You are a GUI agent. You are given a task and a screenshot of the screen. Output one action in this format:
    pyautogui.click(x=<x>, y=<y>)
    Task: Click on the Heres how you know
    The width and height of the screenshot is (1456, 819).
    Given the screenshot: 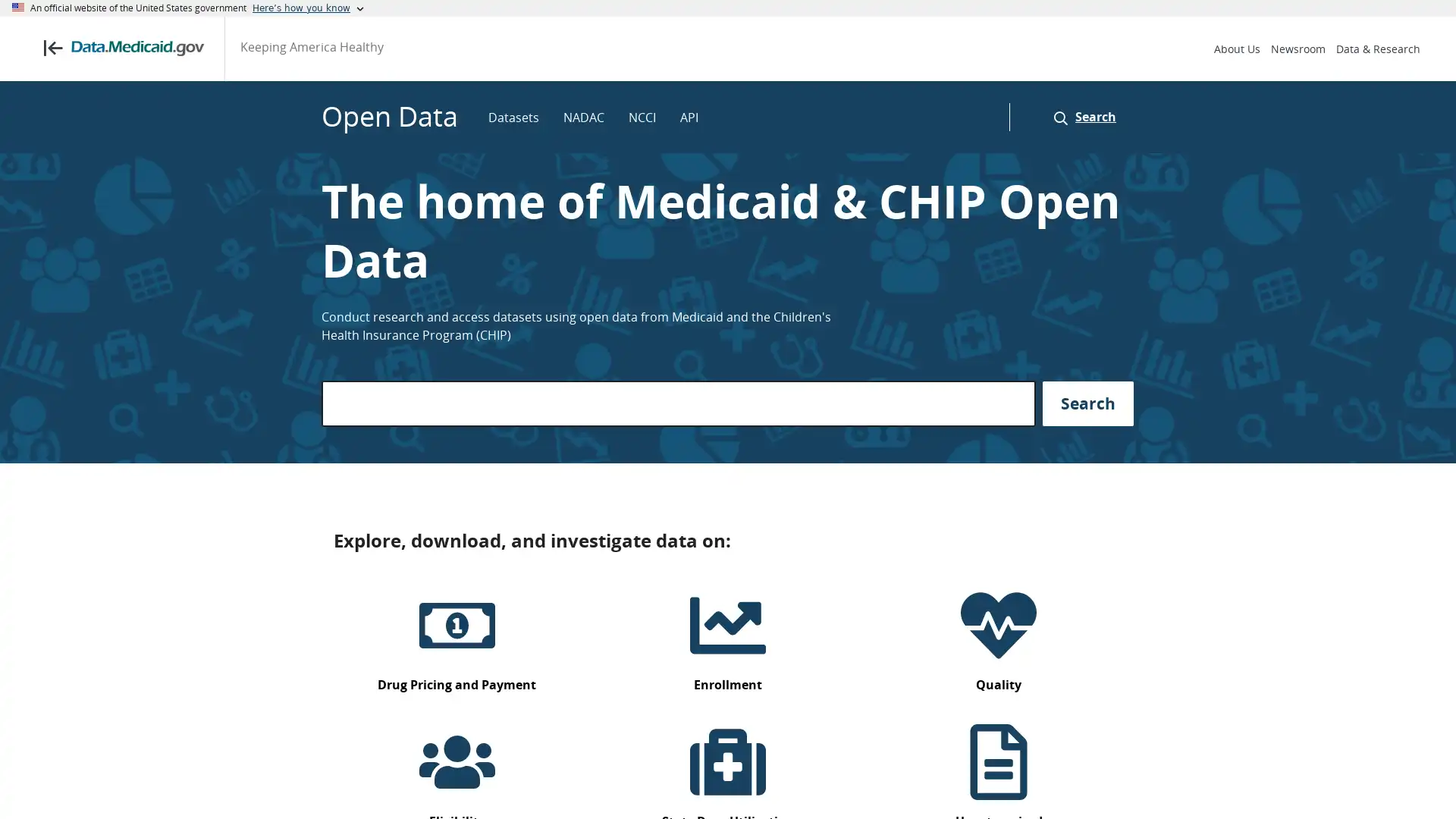 What is the action you would take?
    pyautogui.click(x=307, y=8)
    